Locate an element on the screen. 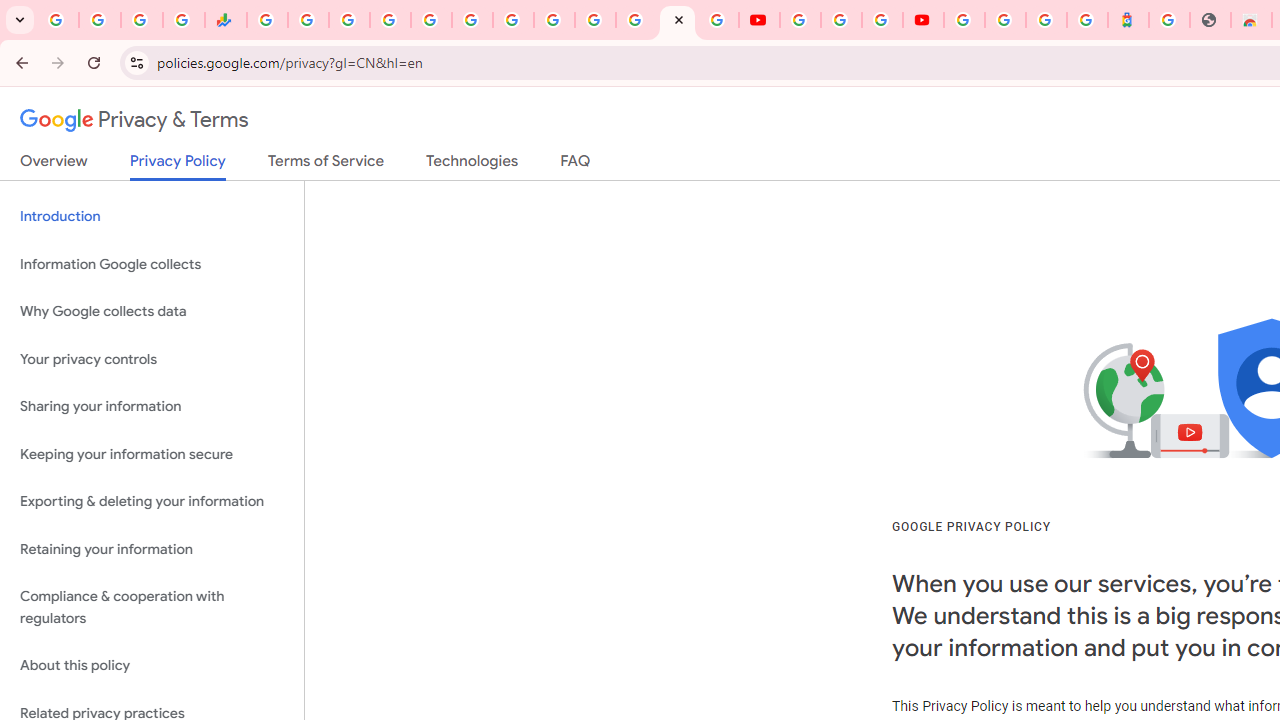  'Sign in - Google Accounts' is located at coordinates (1005, 20).